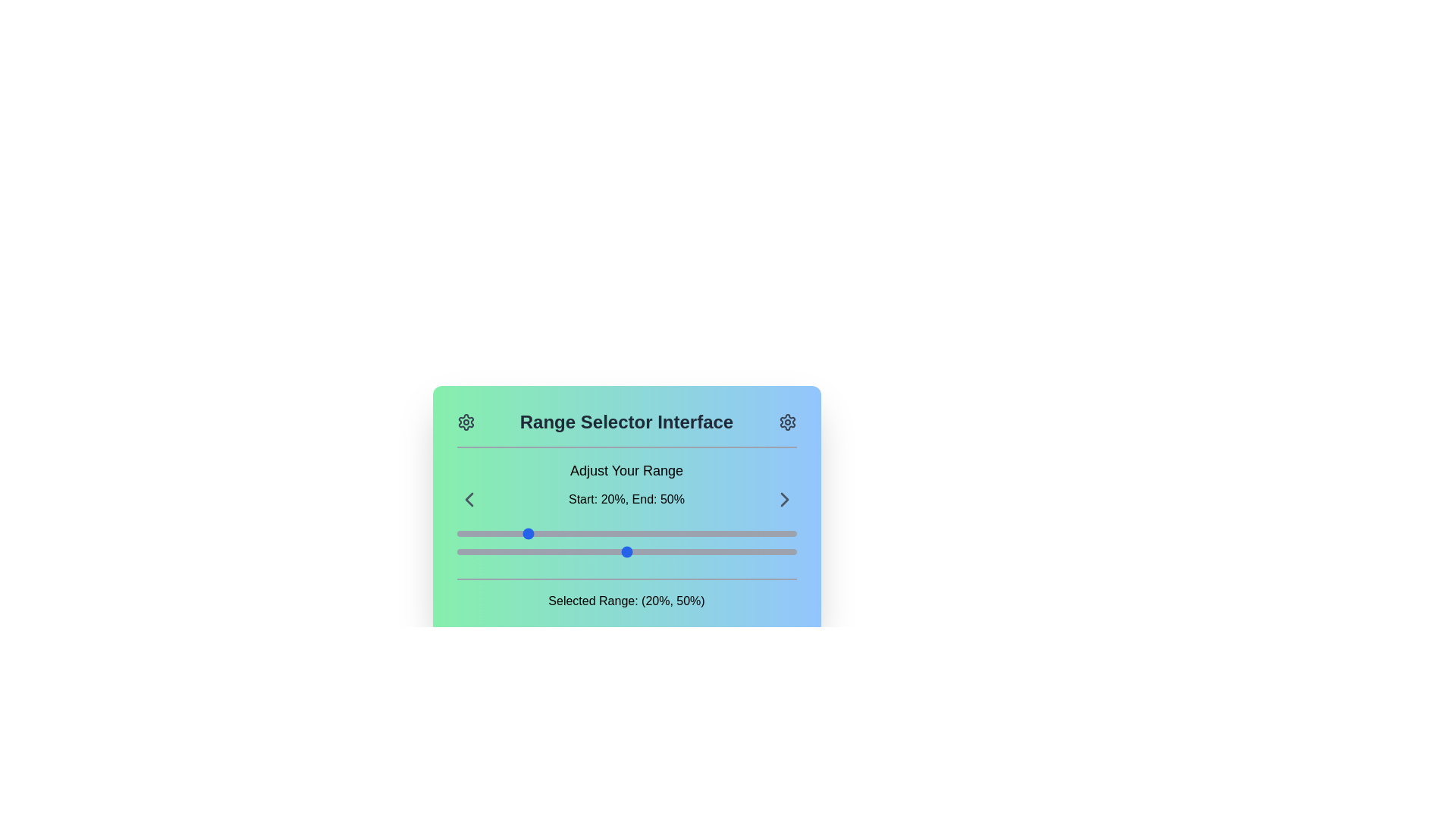 The image size is (1456, 819). Describe the element at coordinates (626, 510) in the screenshot. I see `the static text that provides feedback on the range adjustment settings, which is located at the center of the 'Range Selector Interface' above the two sliders` at that location.